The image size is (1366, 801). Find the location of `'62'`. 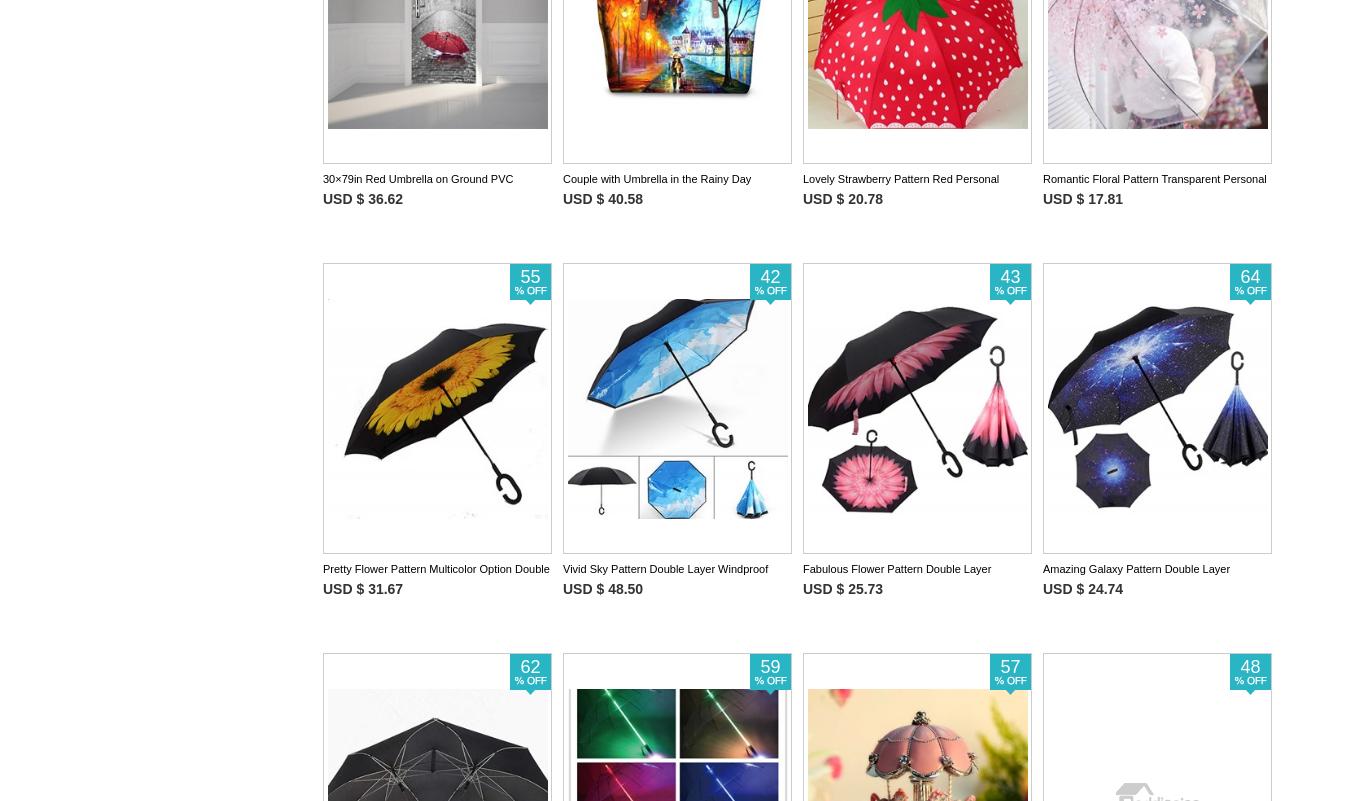

'62' is located at coordinates (530, 666).